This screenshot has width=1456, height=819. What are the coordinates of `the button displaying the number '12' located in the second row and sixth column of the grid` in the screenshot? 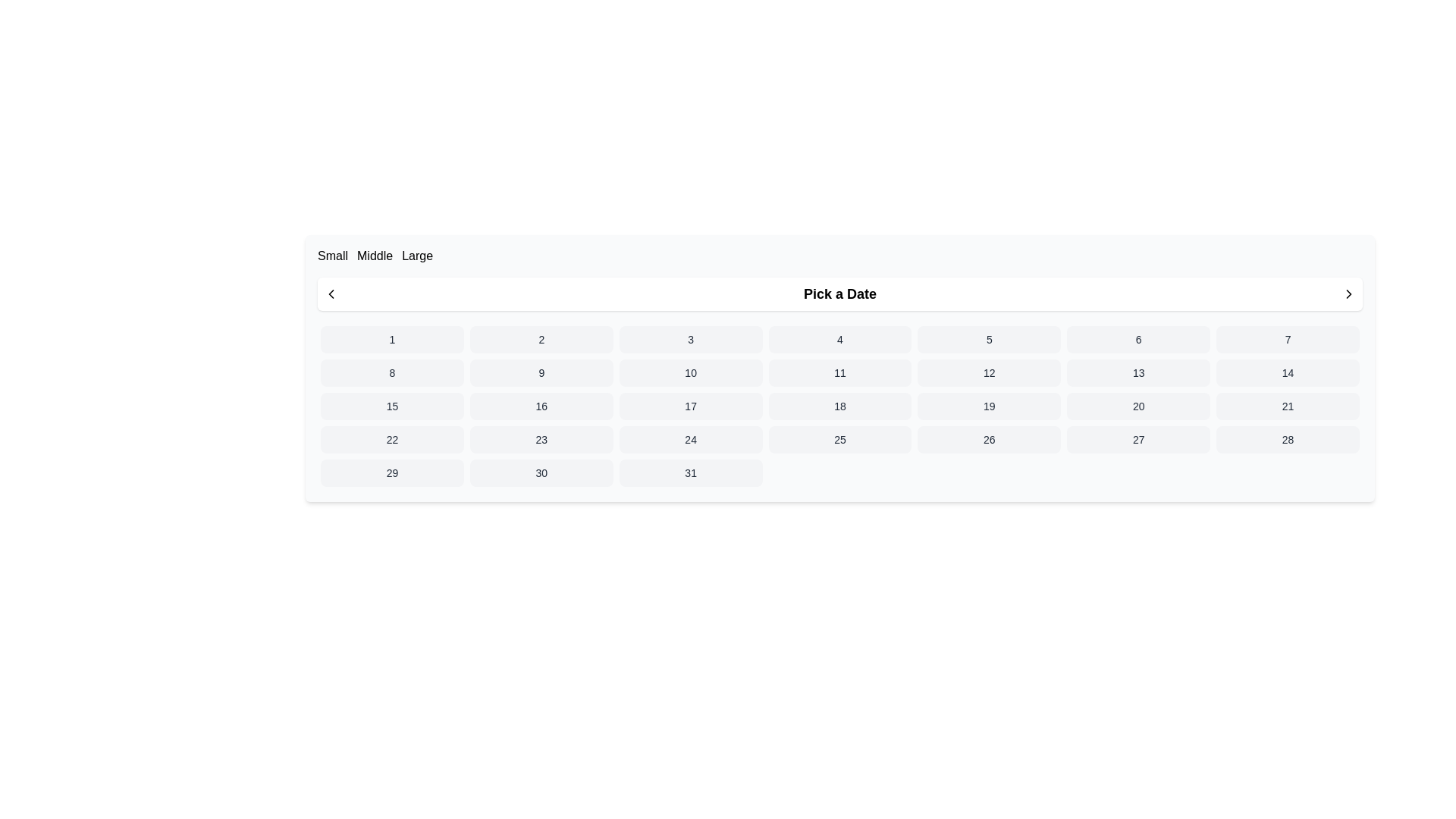 It's located at (989, 373).